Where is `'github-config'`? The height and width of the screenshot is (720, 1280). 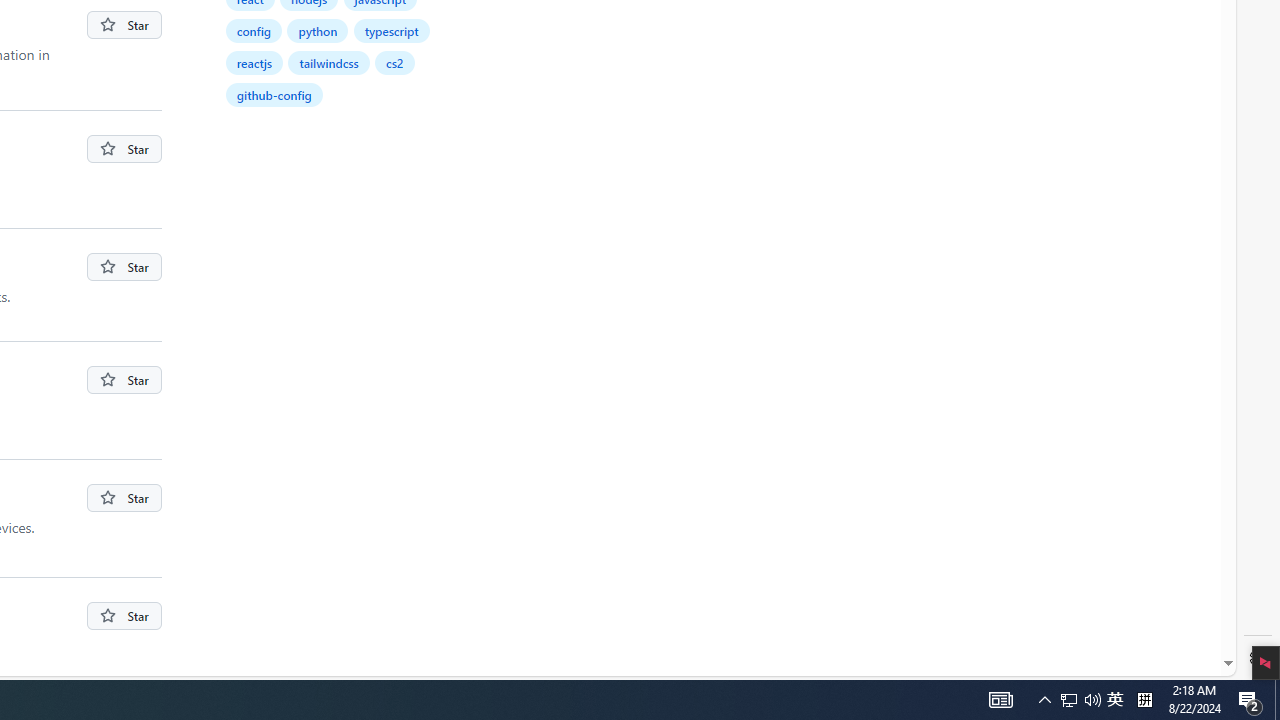
'github-config' is located at coordinates (272, 95).